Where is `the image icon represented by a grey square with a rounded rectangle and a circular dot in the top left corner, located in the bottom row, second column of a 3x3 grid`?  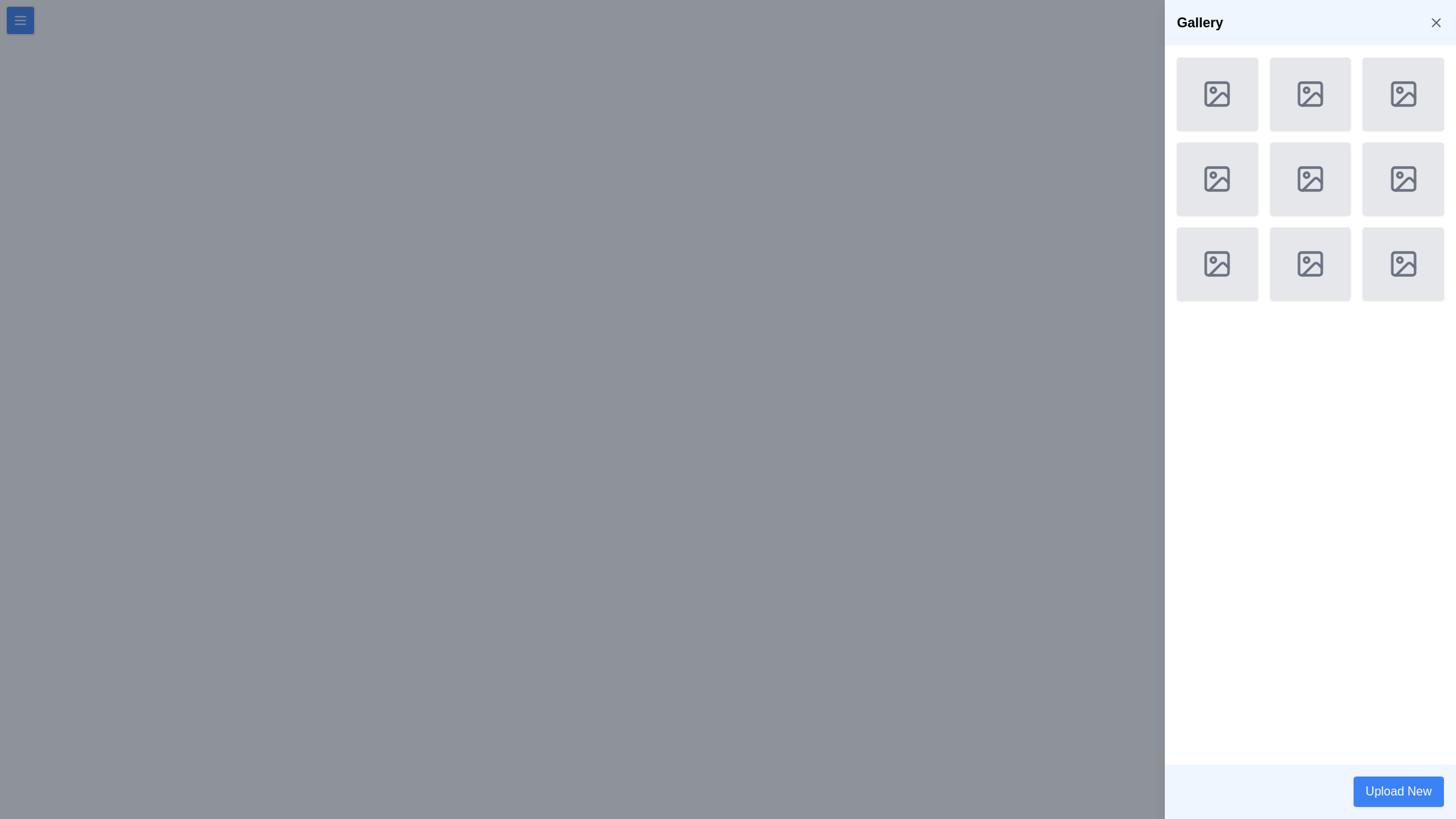 the image icon represented by a grey square with a rounded rectangle and a circular dot in the top left corner, located in the bottom row, second column of a 3x3 grid is located at coordinates (1217, 262).